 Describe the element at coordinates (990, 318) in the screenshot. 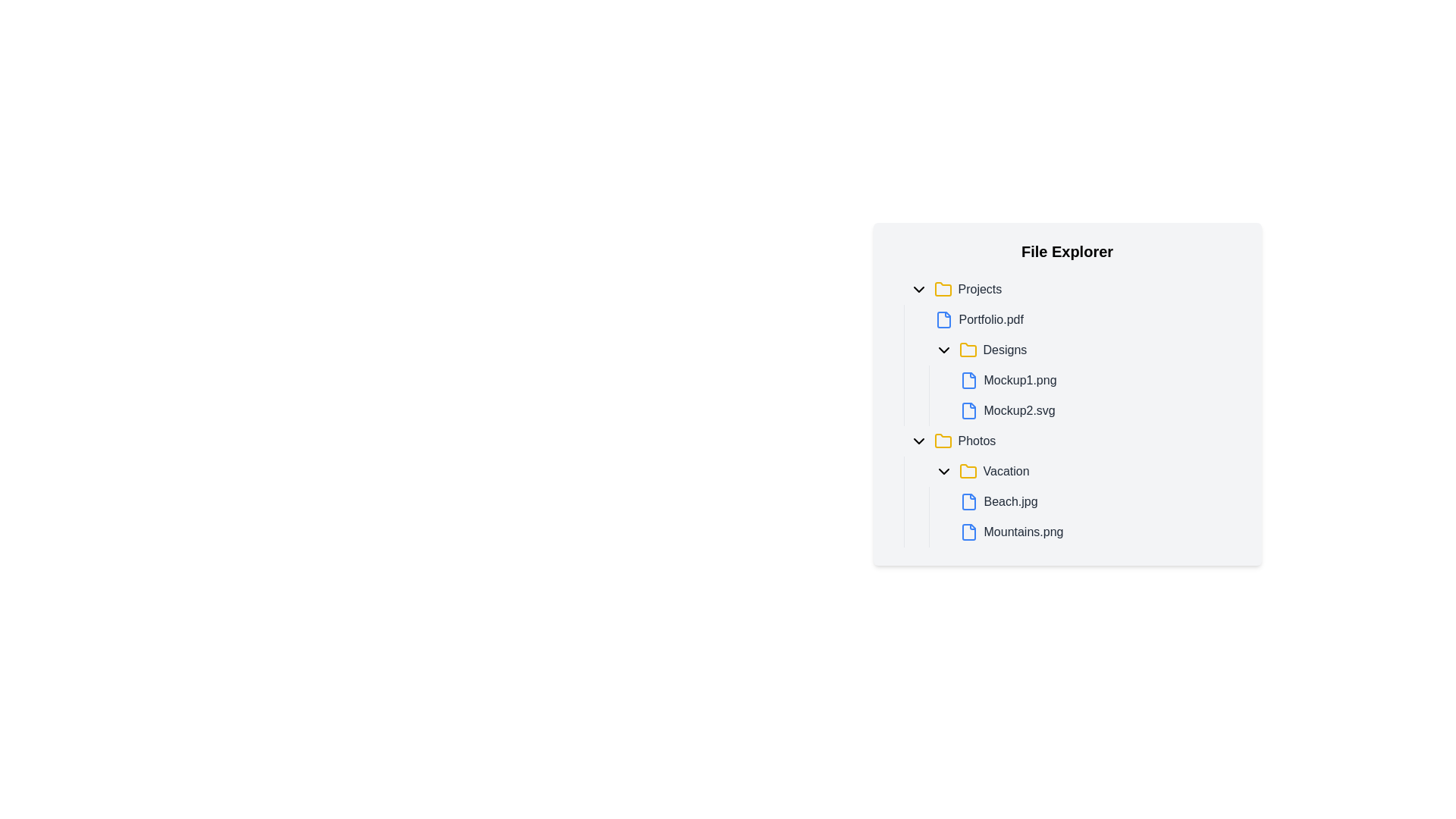

I see `the text label displaying 'Portfolio.pdf' in the file explorer under the 'Projects' folder` at that location.